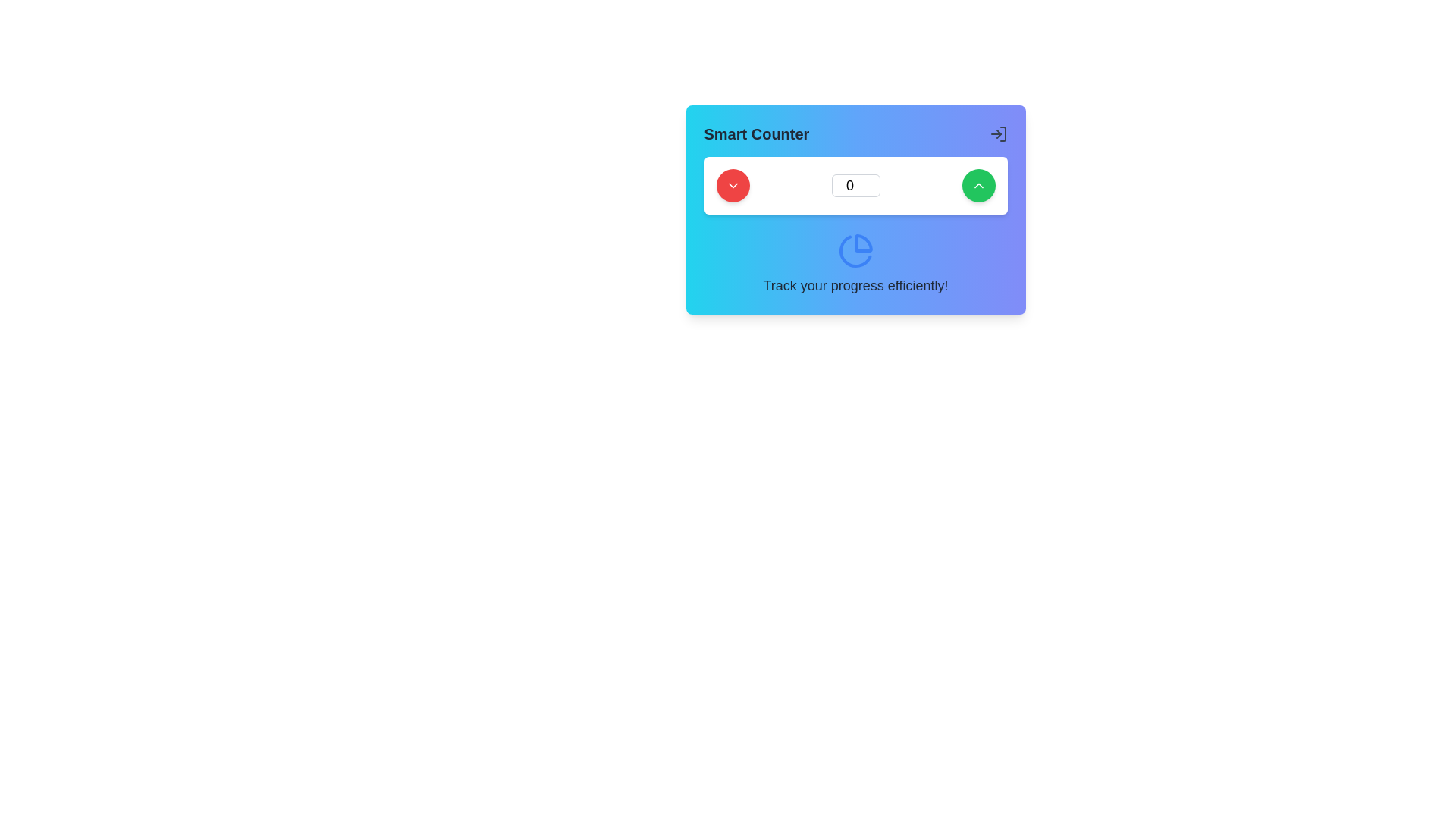 This screenshot has width=1456, height=819. What do you see at coordinates (855, 286) in the screenshot?
I see `the motivational text label positioned at the bottom of the card beneath the pie chart icon` at bounding box center [855, 286].